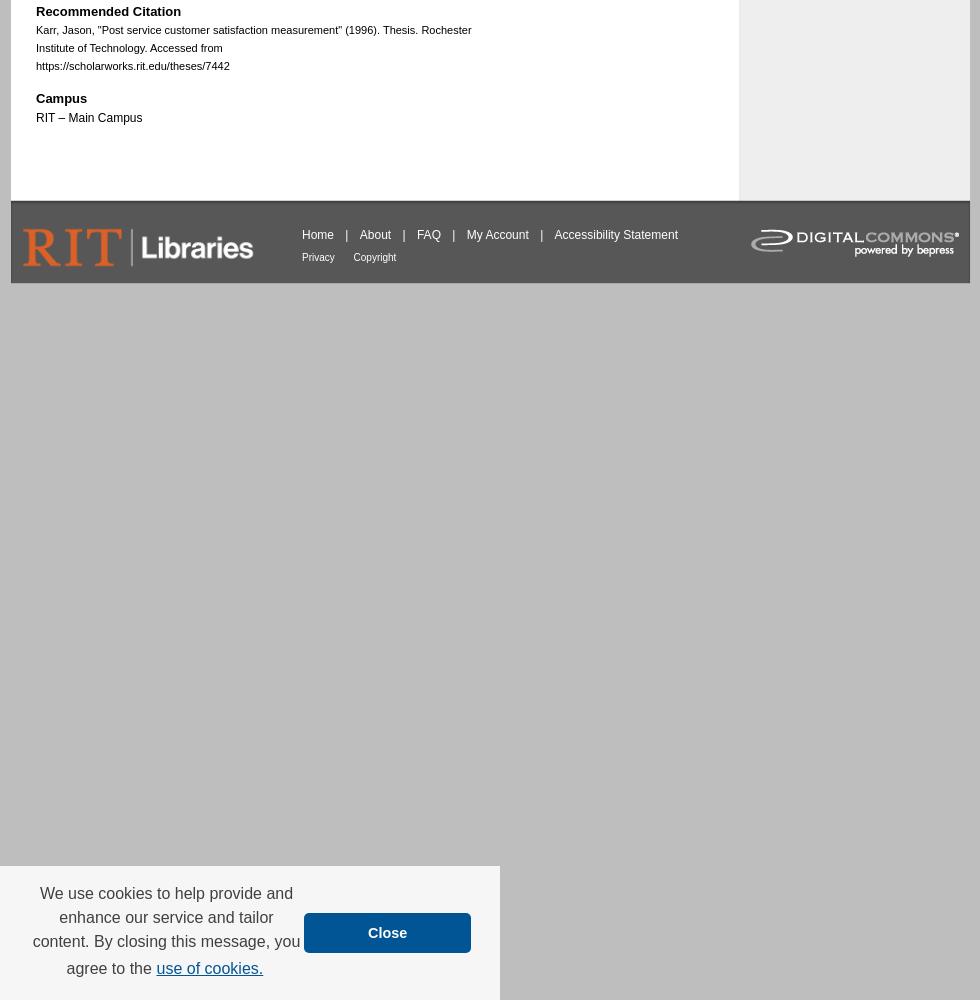  What do you see at coordinates (387, 932) in the screenshot?
I see `'Close'` at bounding box center [387, 932].